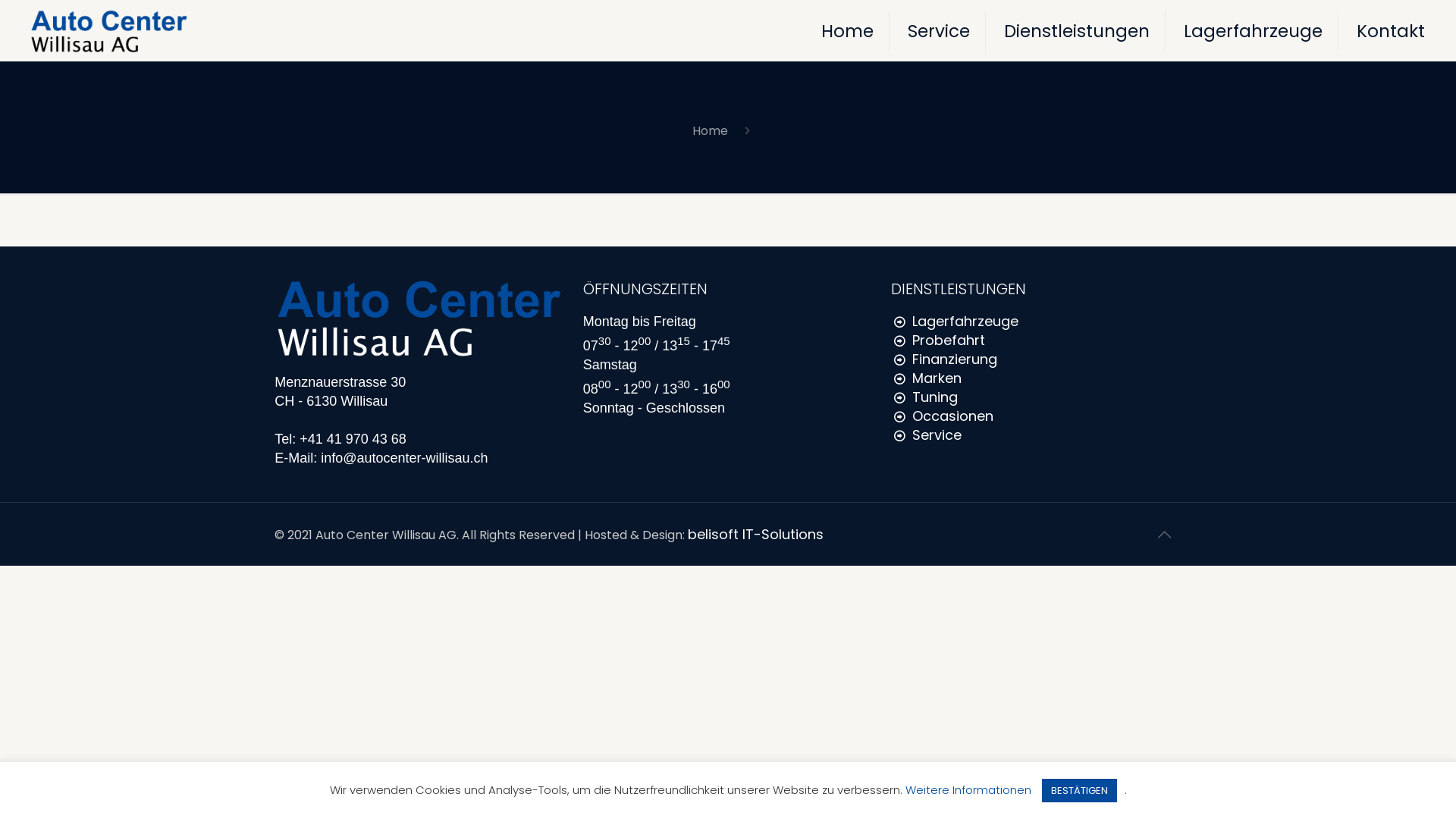 This screenshot has height=819, width=1456. What do you see at coordinates (946, 339) in the screenshot?
I see `'Probefahrt'` at bounding box center [946, 339].